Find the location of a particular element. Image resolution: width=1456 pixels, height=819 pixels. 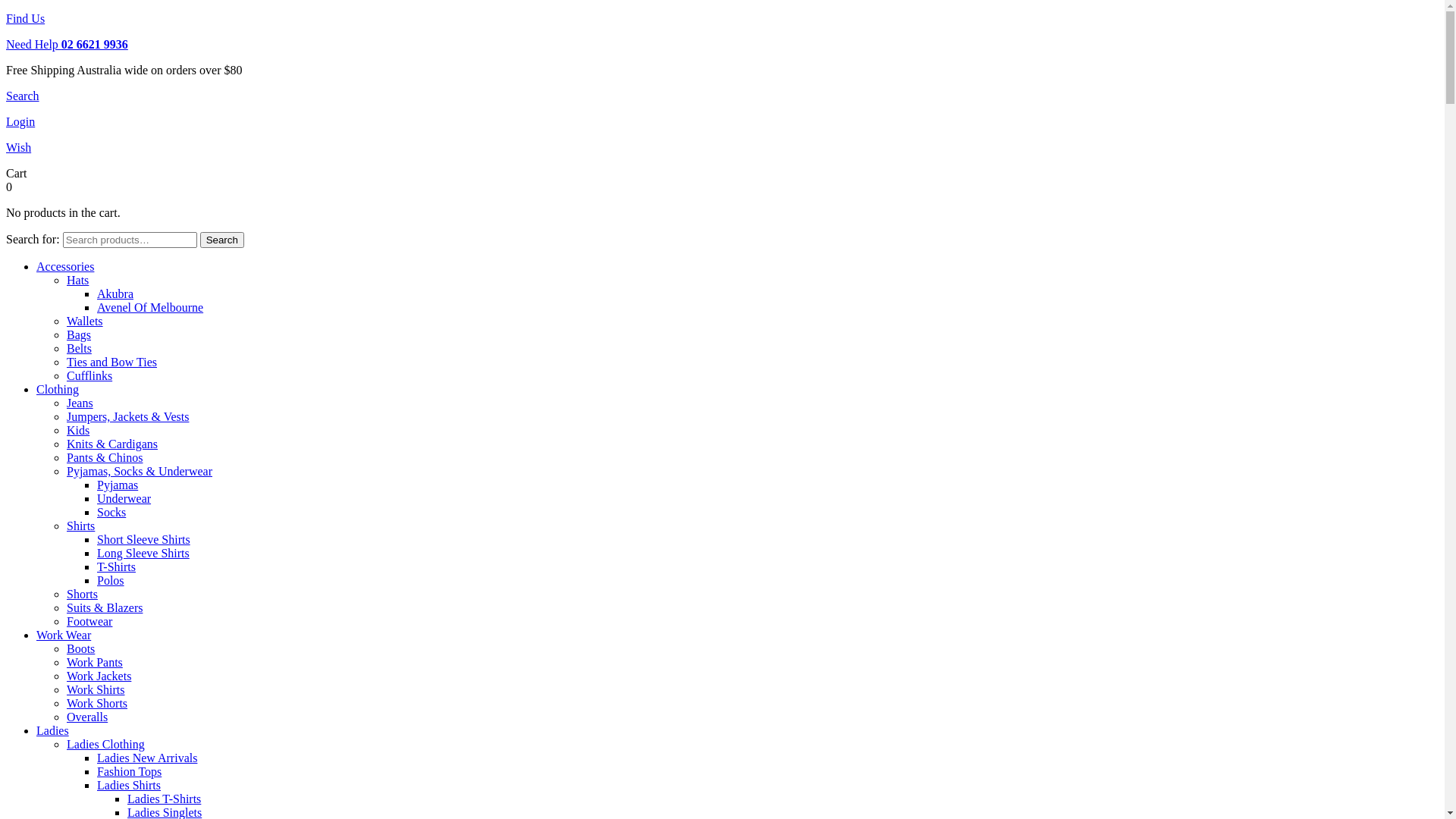

'Work Jackets' is located at coordinates (98, 675).